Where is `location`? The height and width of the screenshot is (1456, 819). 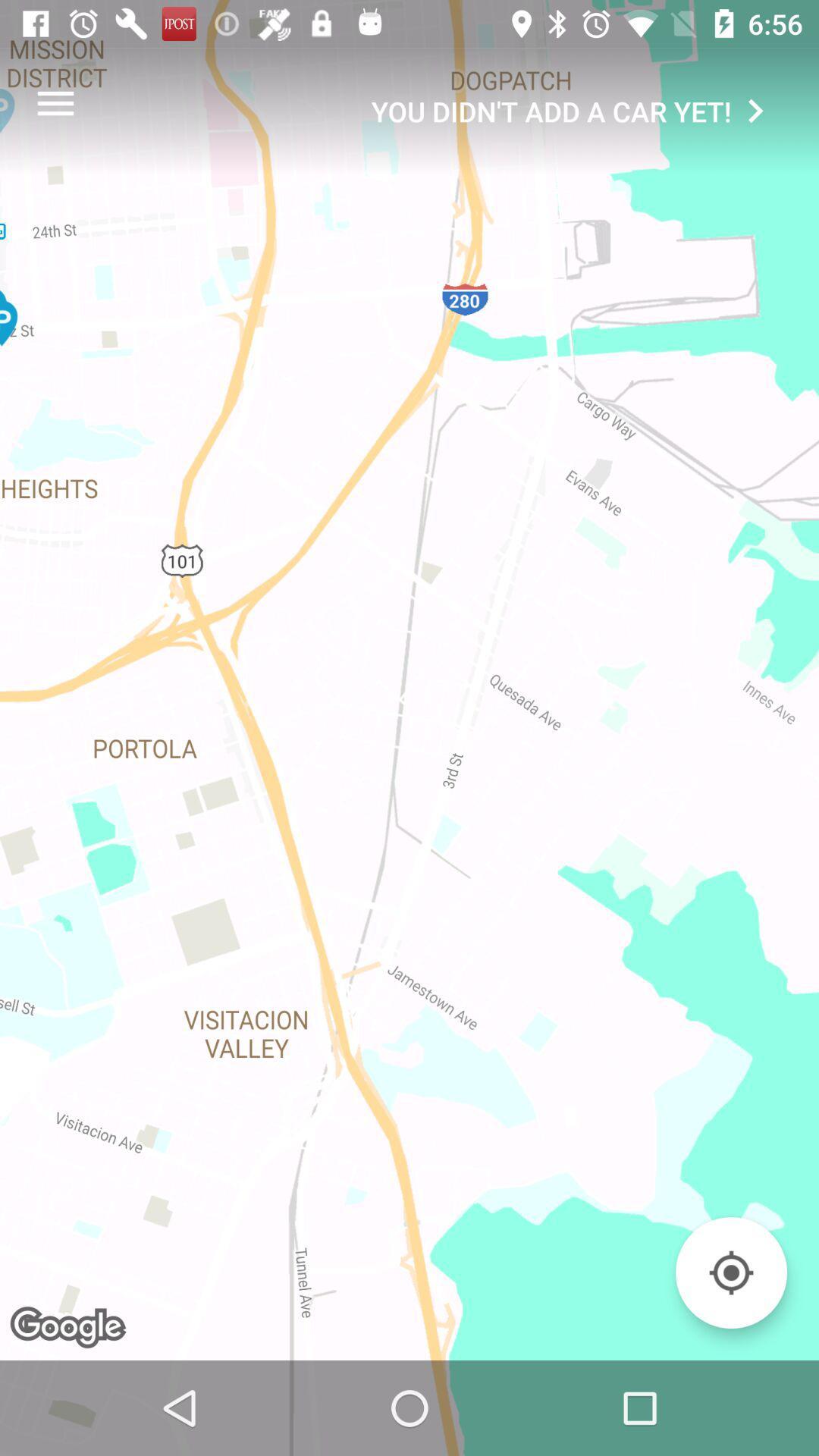
location is located at coordinates (730, 1272).